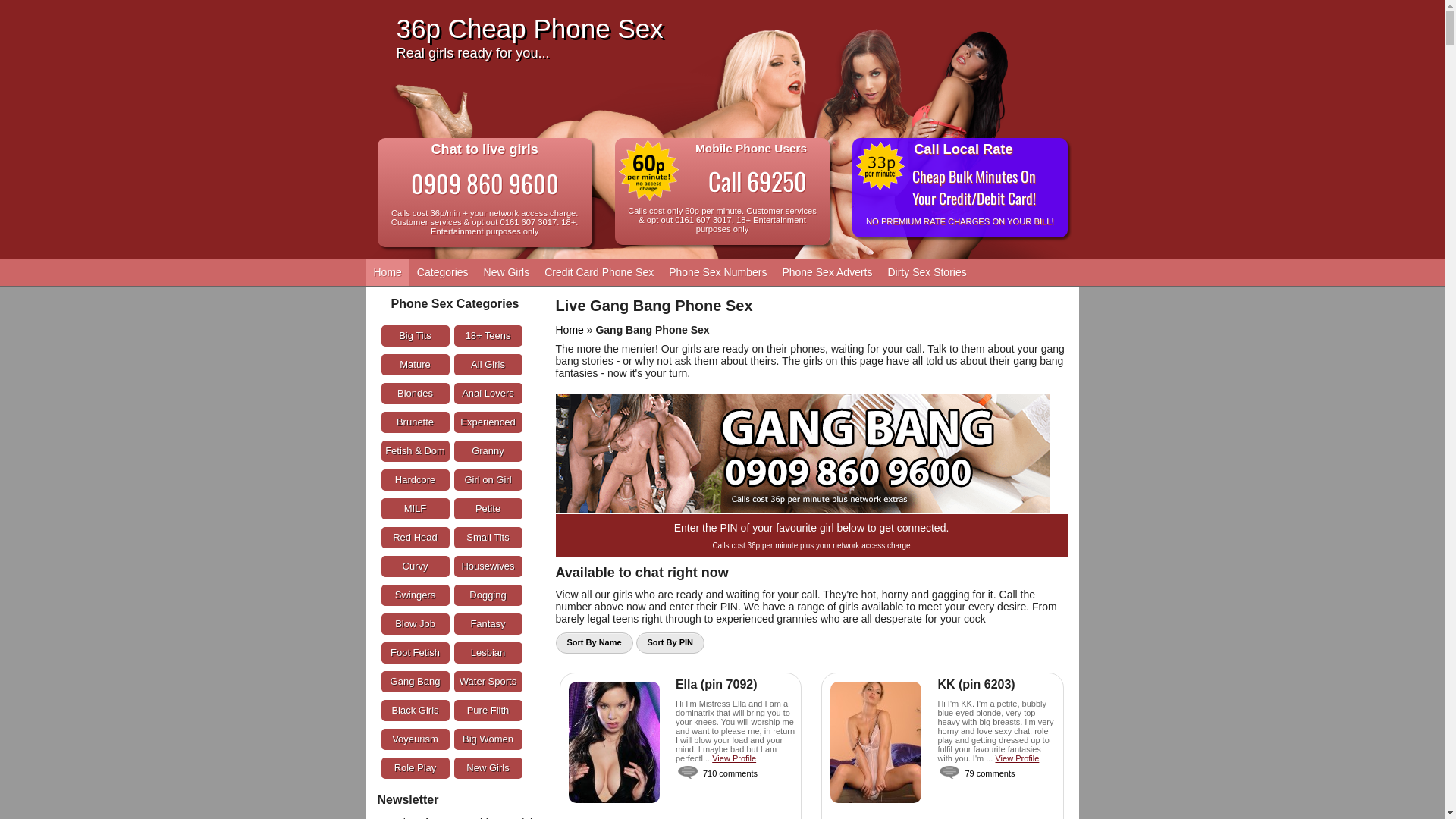 Image resolution: width=1456 pixels, height=819 pixels. What do you see at coordinates (415, 768) in the screenshot?
I see `'Role Play'` at bounding box center [415, 768].